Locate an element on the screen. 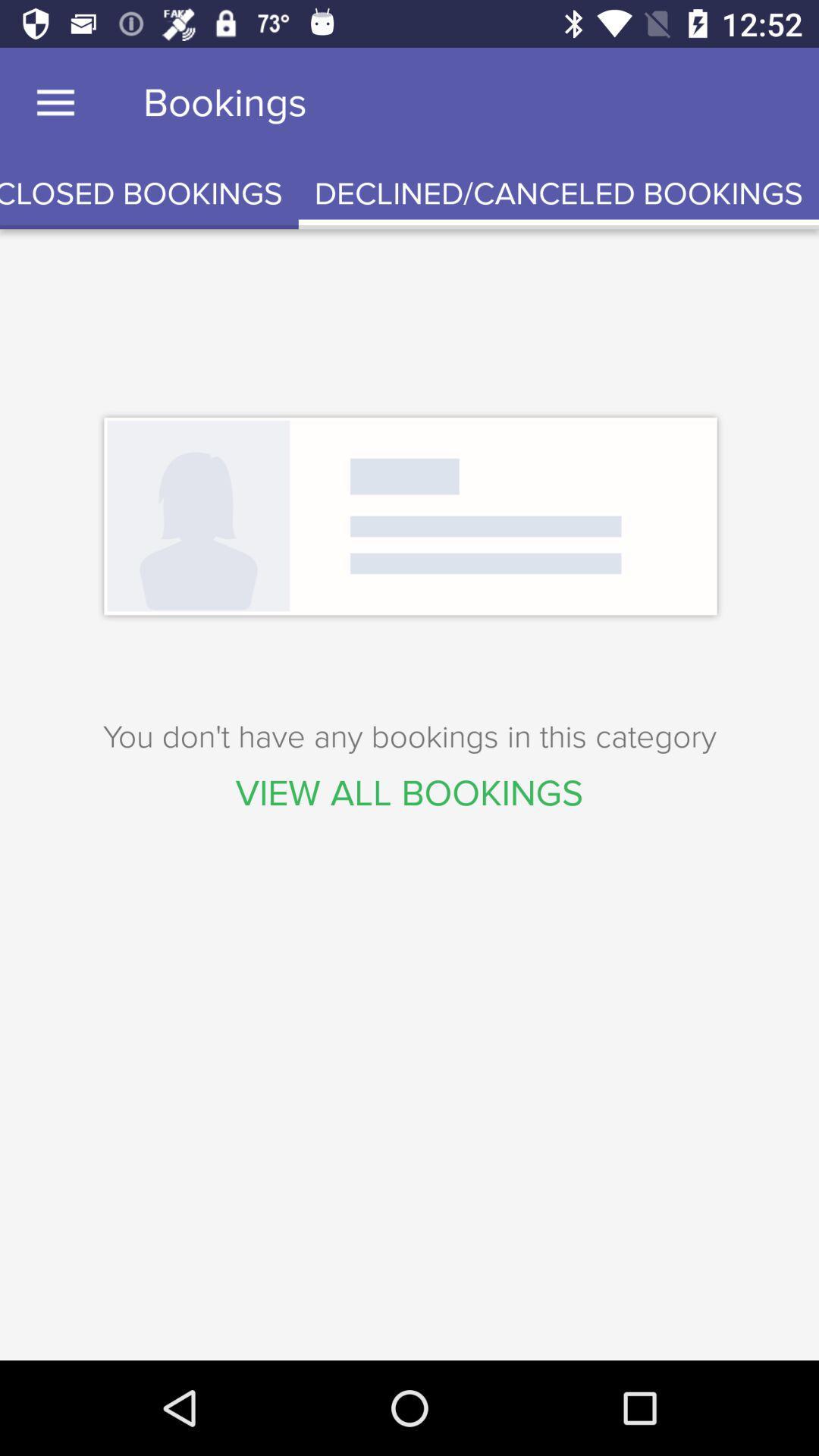  the view all bookings icon is located at coordinates (409, 792).